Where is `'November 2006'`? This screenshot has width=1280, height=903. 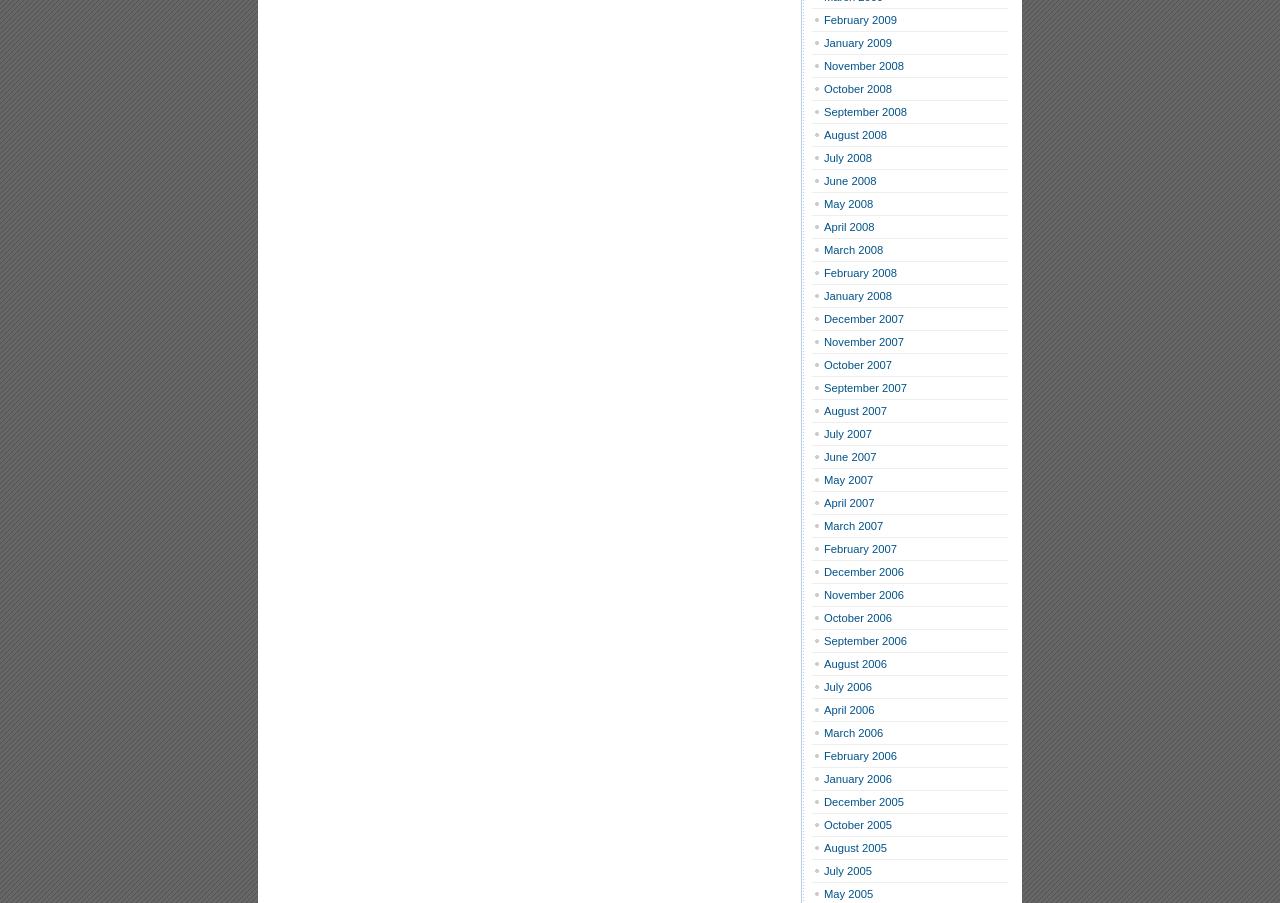
'November 2006' is located at coordinates (863, 594).